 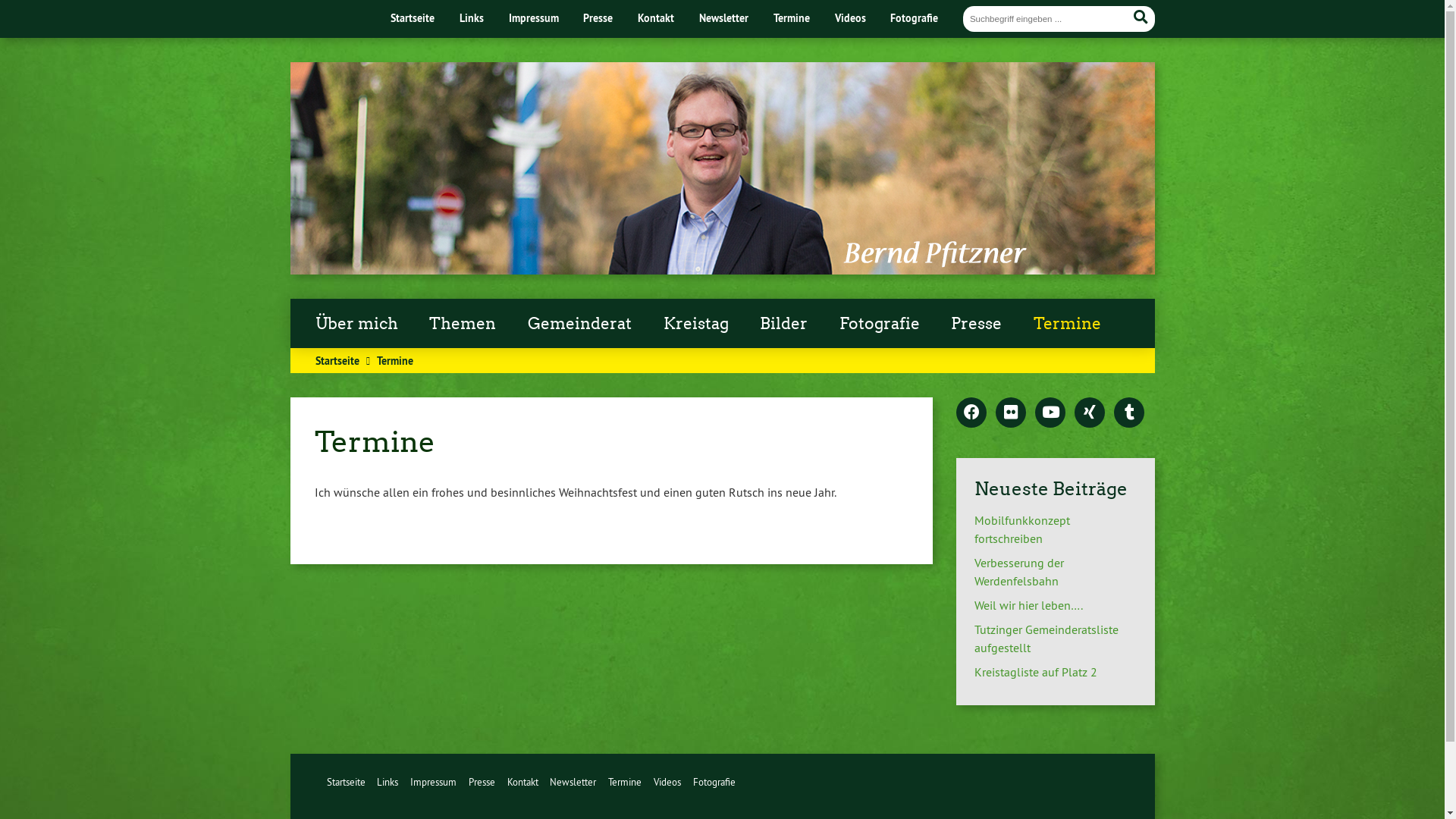 What do you see at coordinates (471, 17) in the screenshot?
I see `'Links'` at bounding box center [471, 17].